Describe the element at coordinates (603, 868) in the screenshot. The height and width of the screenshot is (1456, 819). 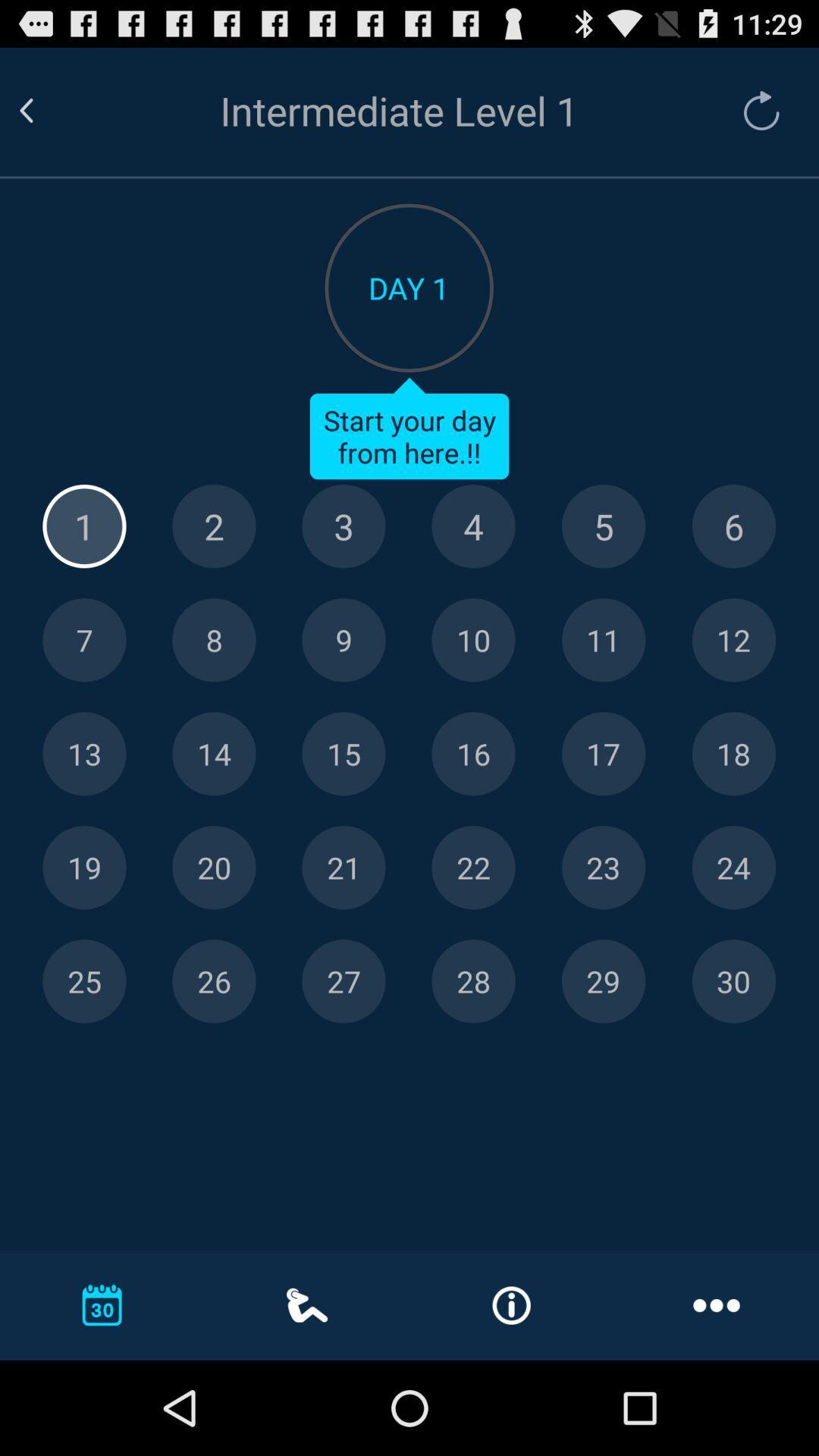
I see `day 23` at that location.